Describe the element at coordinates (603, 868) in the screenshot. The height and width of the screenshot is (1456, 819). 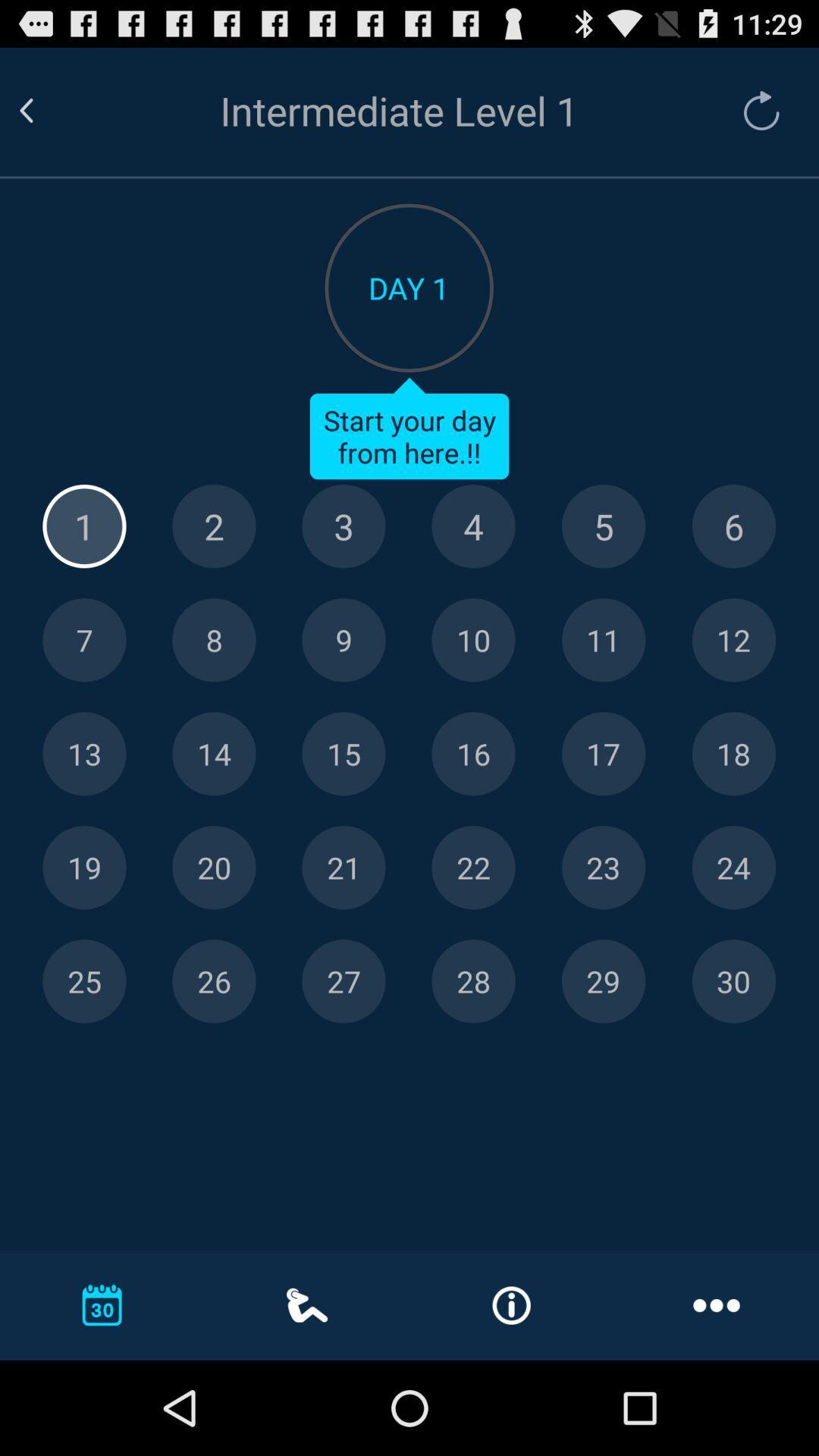
I see `day 23` at that location.